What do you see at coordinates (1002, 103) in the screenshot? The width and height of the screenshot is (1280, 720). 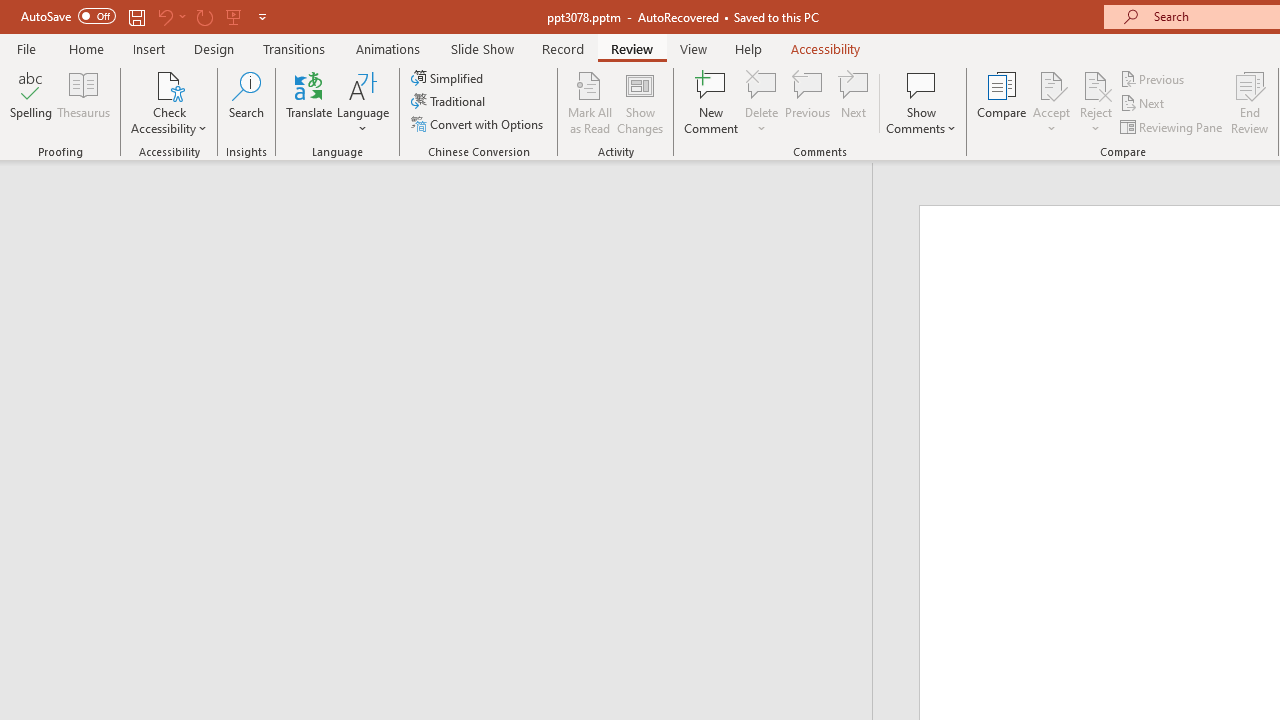 I see `'Compare'` at bounding box center [1002, 103].